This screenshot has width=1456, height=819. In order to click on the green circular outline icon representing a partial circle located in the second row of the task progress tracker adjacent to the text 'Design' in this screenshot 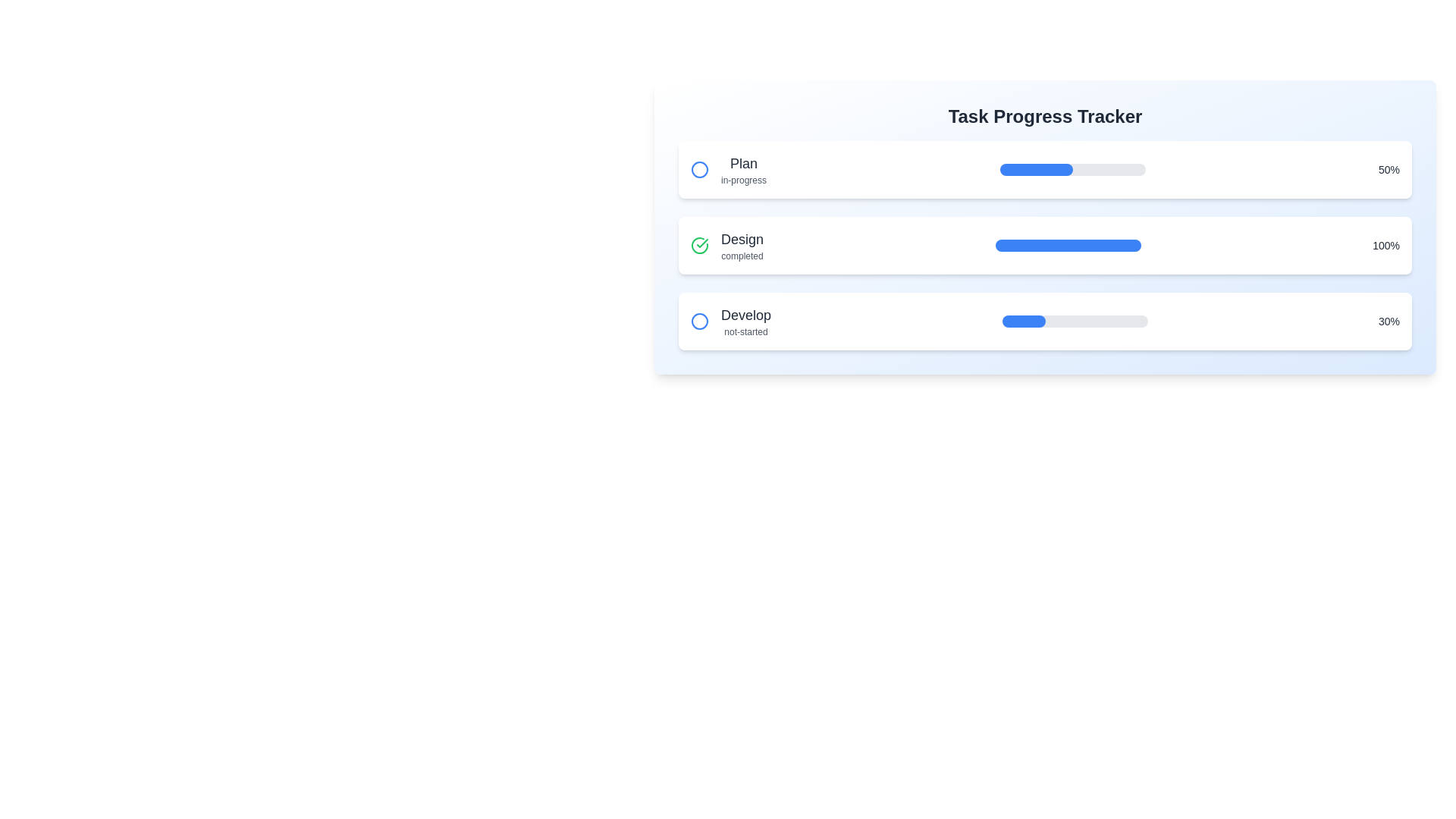, I will do `click(698, 245)`.